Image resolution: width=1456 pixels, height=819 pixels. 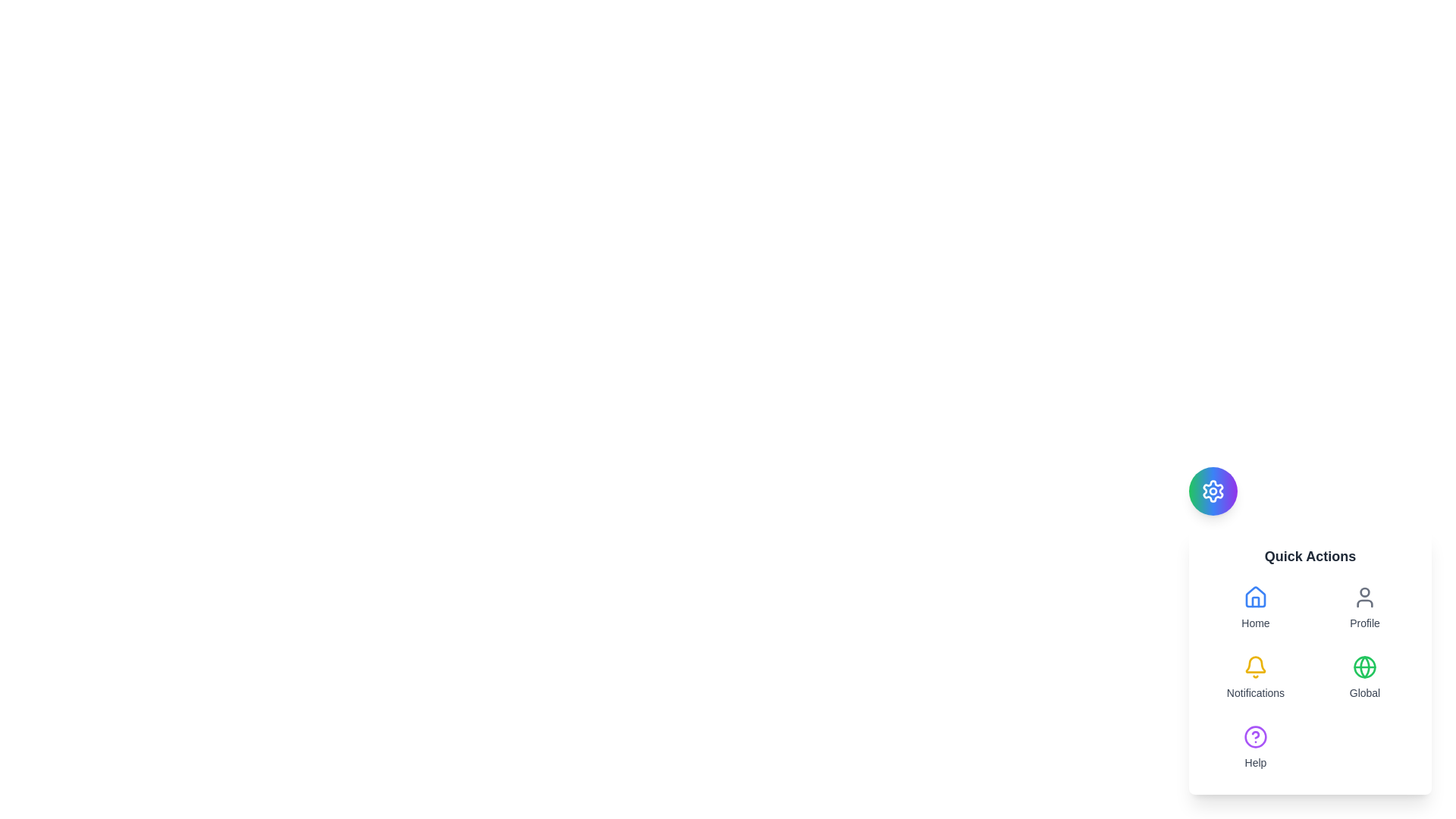 What do you see at coordinates (1256, 595) in the screenshot?
I see `the 'Home' icon located in the top left corner of the 'Quick Actions' section, which serves as a button or link to direct the user to the homepage` at bounding box center [1256, 595].